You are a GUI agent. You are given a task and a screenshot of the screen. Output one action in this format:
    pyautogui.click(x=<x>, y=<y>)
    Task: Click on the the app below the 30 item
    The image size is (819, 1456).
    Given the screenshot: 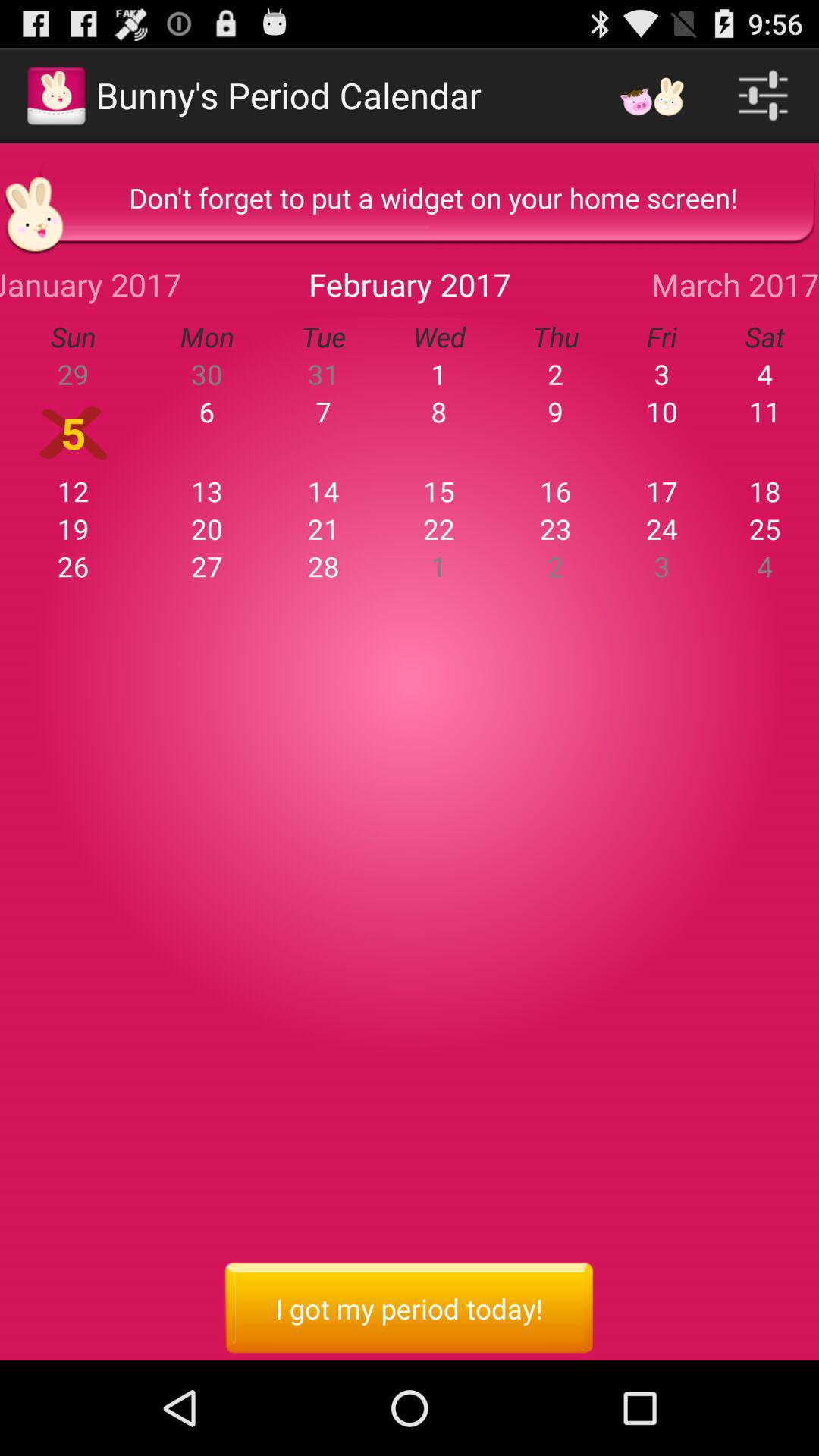 What is the action you would take?
    pyautogui.click(x=322, y=411)
    